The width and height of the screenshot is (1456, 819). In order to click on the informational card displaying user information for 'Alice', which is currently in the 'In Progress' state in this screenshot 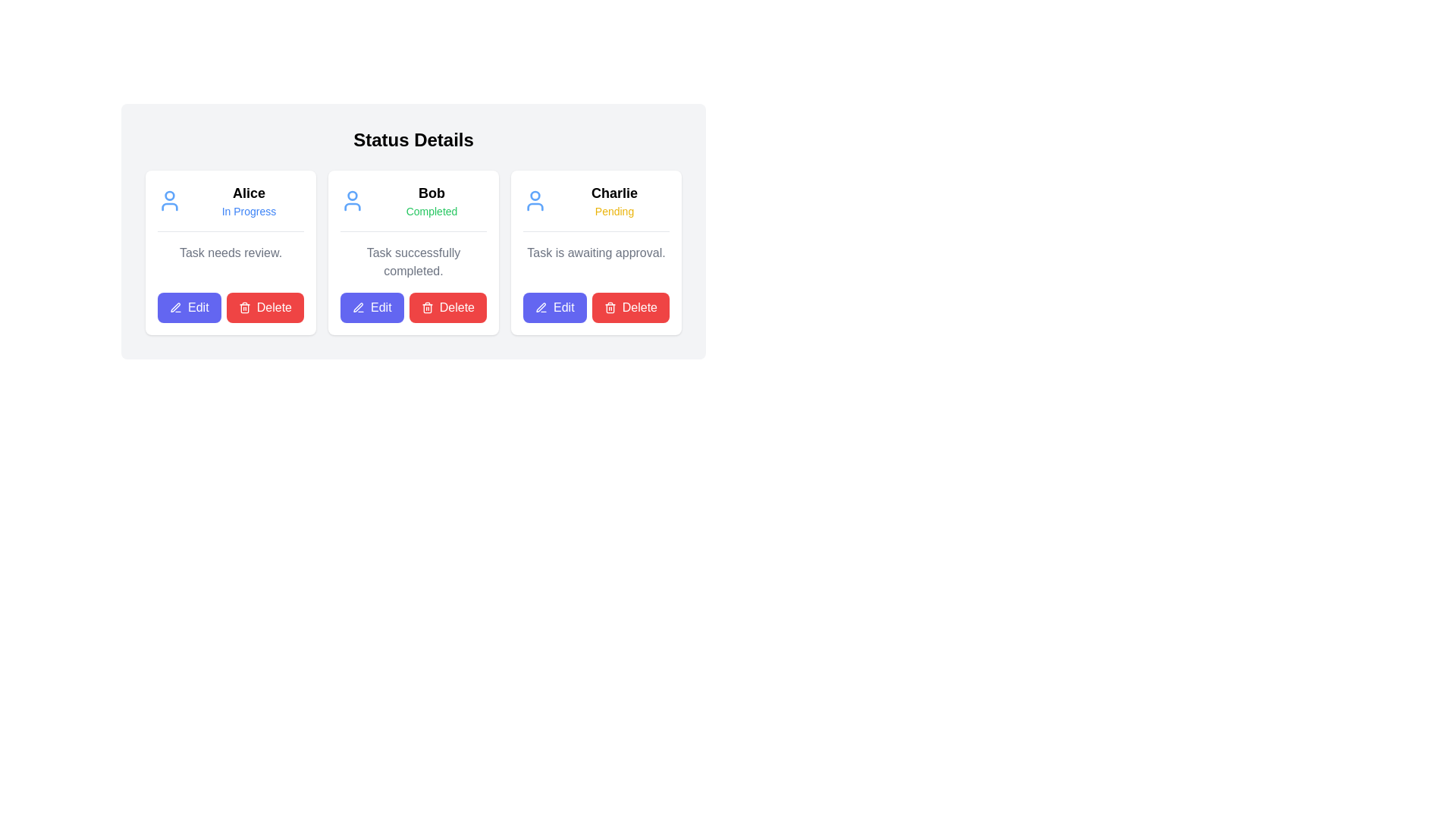, I will do `click(230, 207)`.